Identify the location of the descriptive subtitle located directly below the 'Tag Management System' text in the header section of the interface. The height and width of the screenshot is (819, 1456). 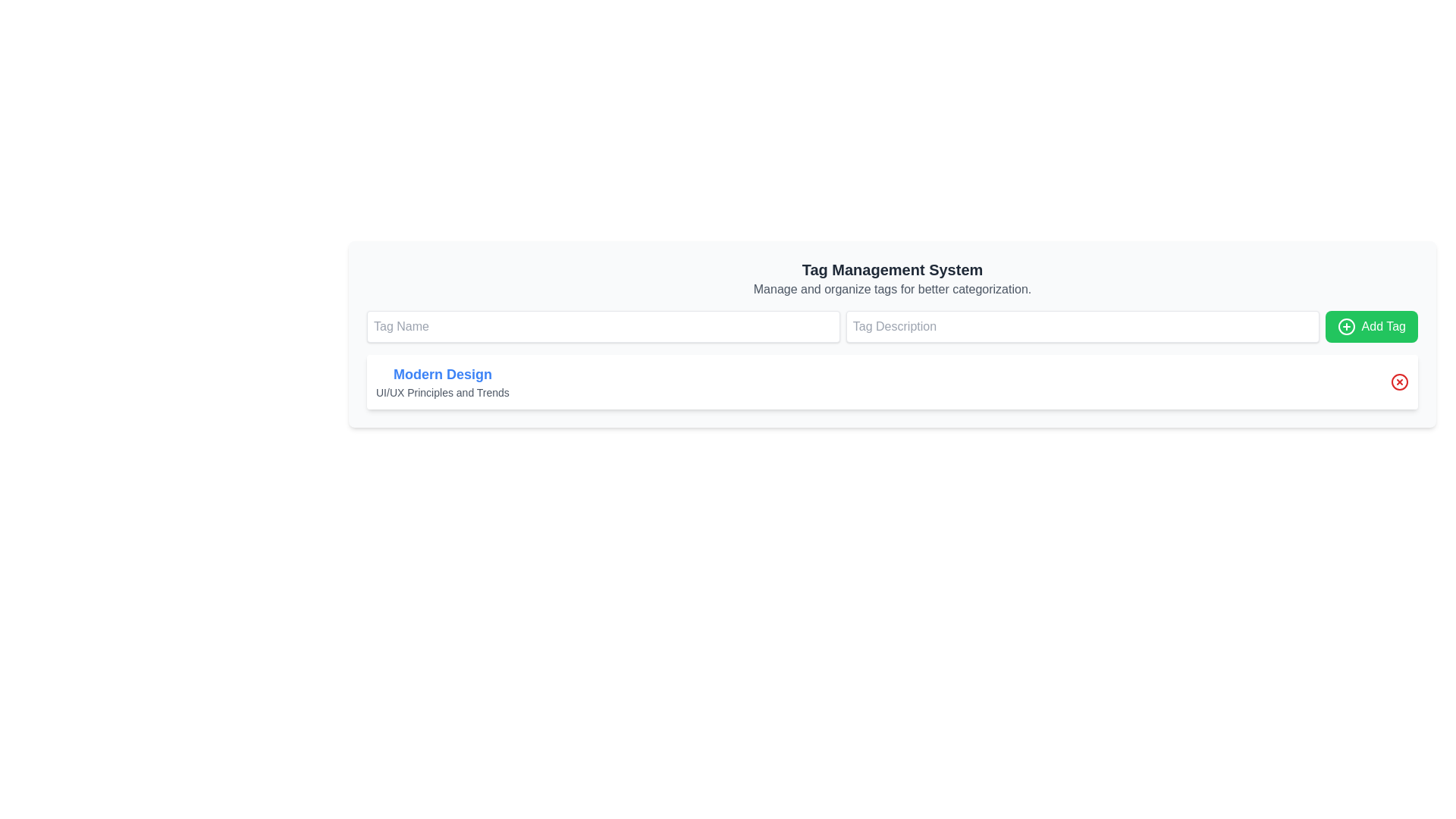
(892, 289).